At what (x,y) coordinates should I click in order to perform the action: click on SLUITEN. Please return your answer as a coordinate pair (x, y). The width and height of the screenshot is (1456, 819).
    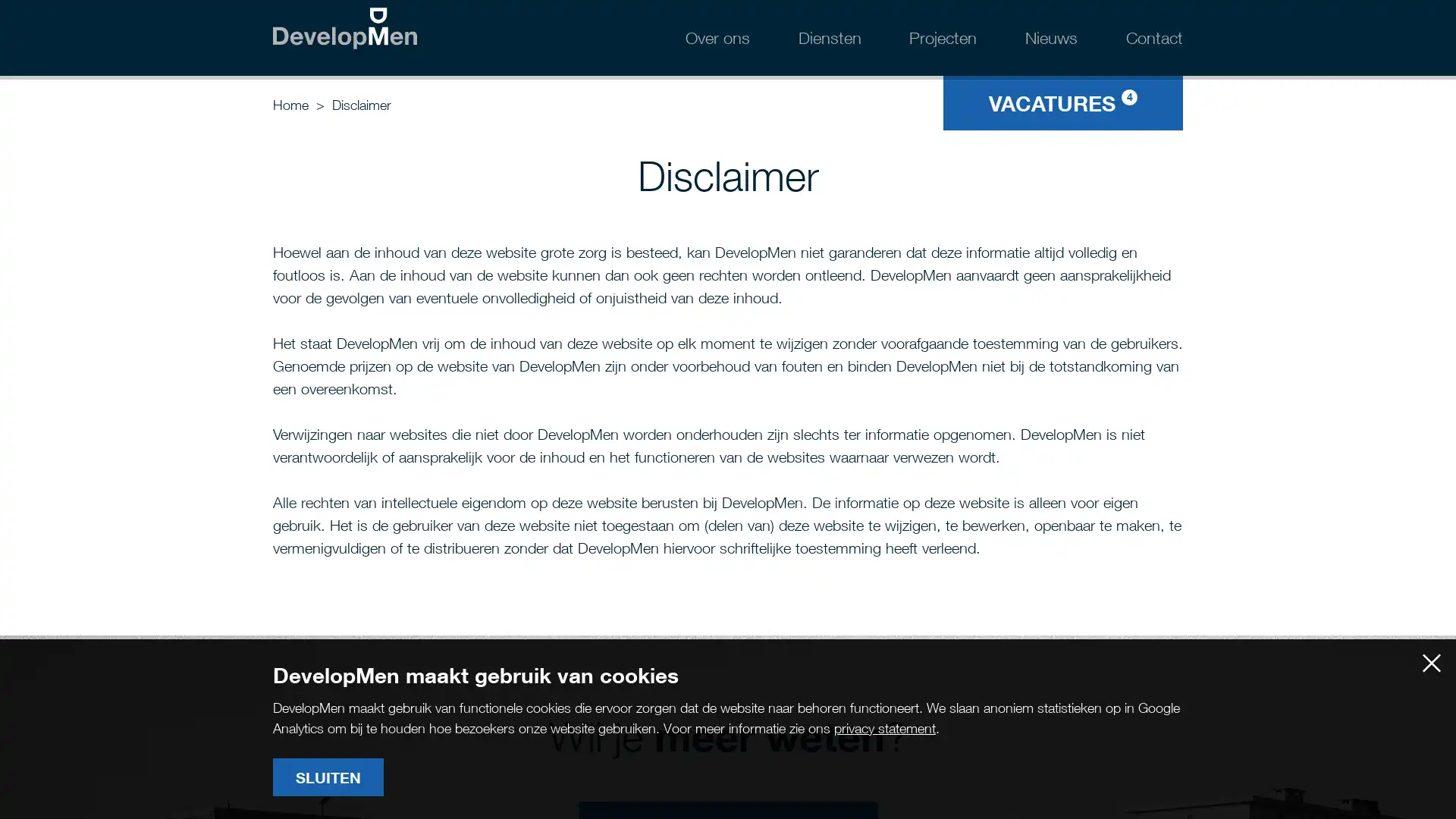
    Looking at the image, I should click on (327, 777).